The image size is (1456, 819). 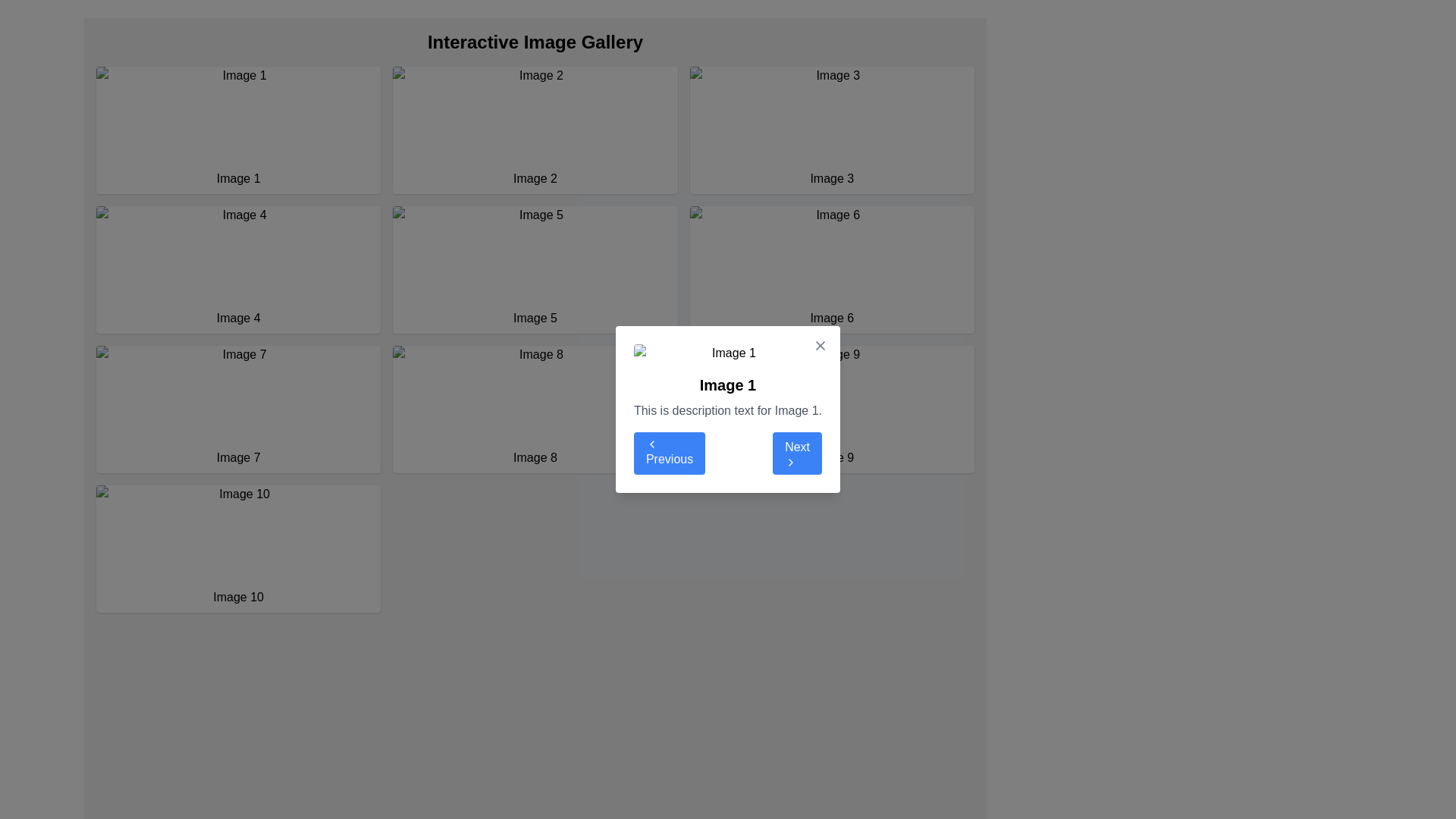 What do you see at coordinates (820, 345) in the screenshot?
I see `the Close button, which is a small gray 'X' icon located in the upper-right corner of the overlay card containing 'Image 1'` at bounding box center [820, 345].